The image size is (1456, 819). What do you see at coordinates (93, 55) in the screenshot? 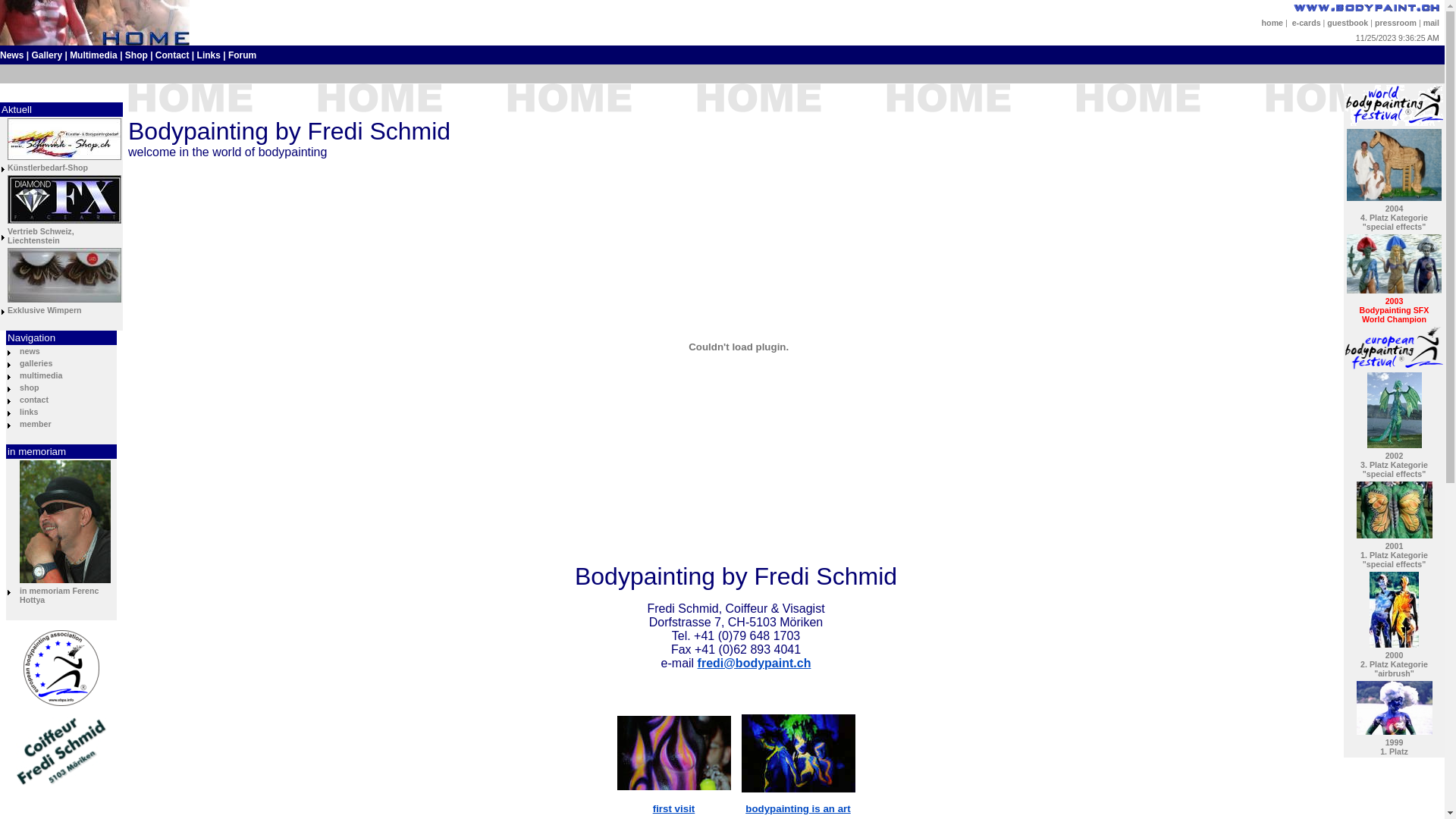
I see `'Multimedia'` at bounding box center [93, 55].